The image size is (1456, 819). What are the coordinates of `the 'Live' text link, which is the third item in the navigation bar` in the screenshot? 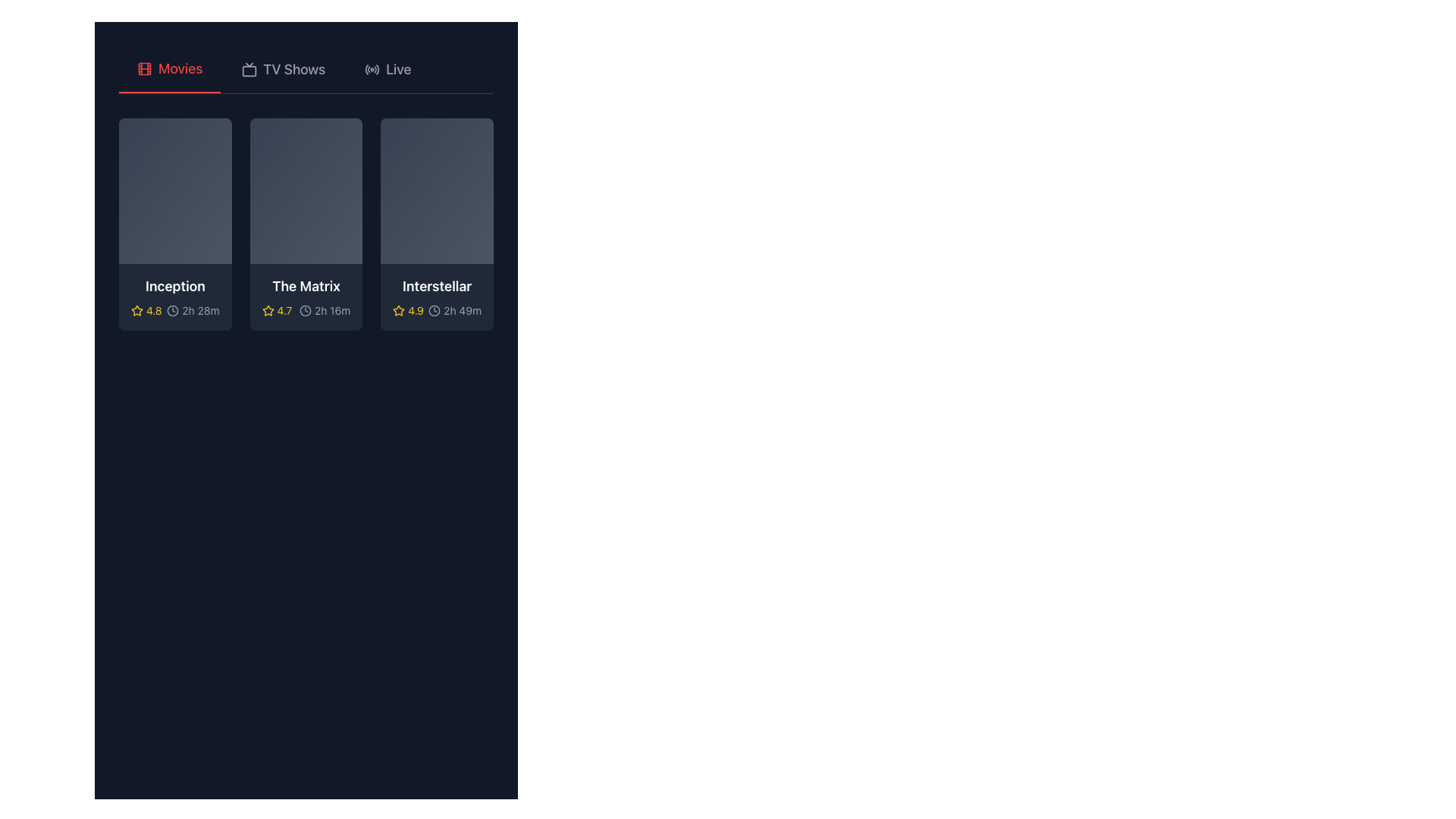 It's located at (398, 70).